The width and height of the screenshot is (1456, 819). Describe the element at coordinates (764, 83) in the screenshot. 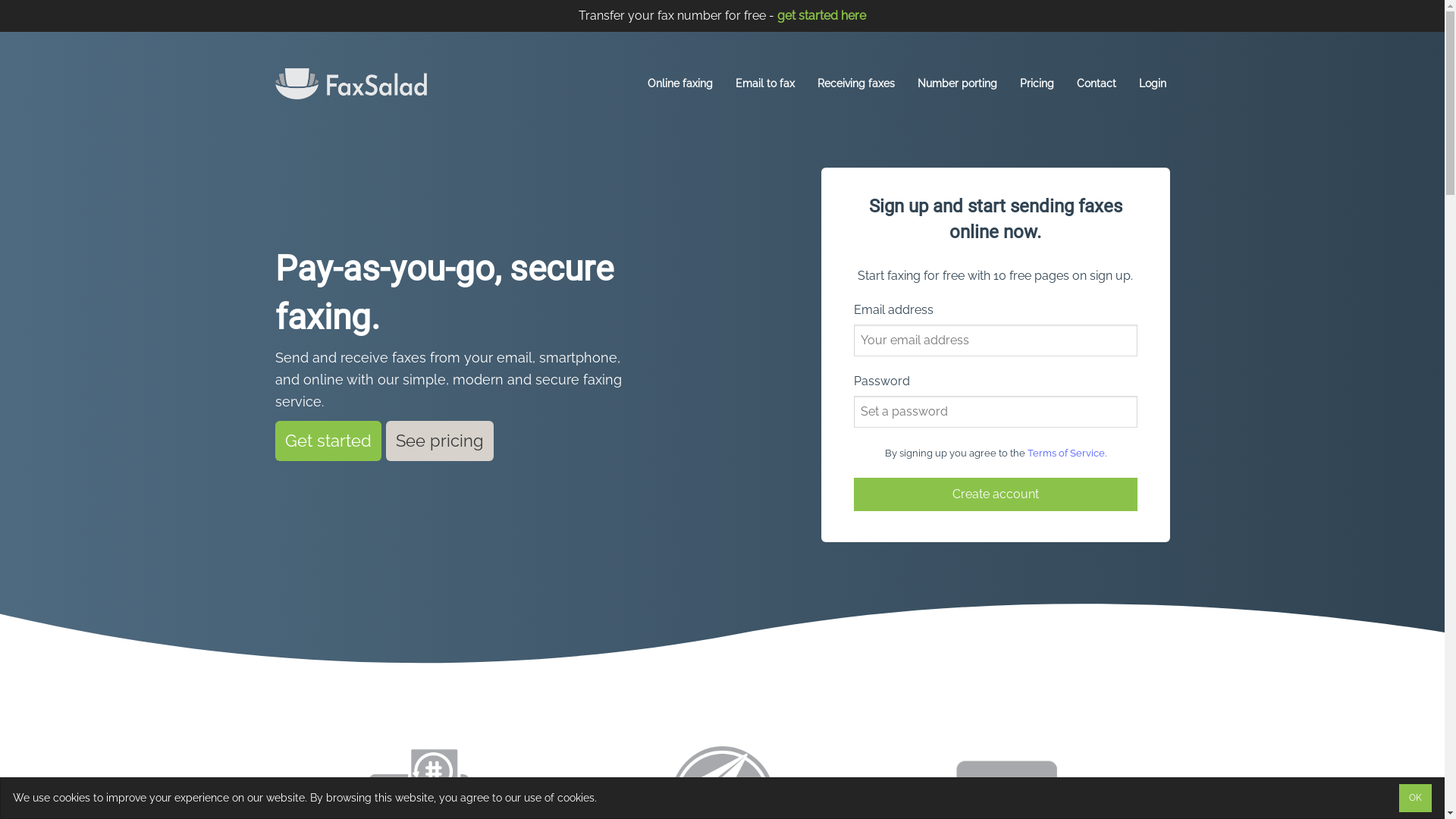

I see `'Email to fax'` at that location.